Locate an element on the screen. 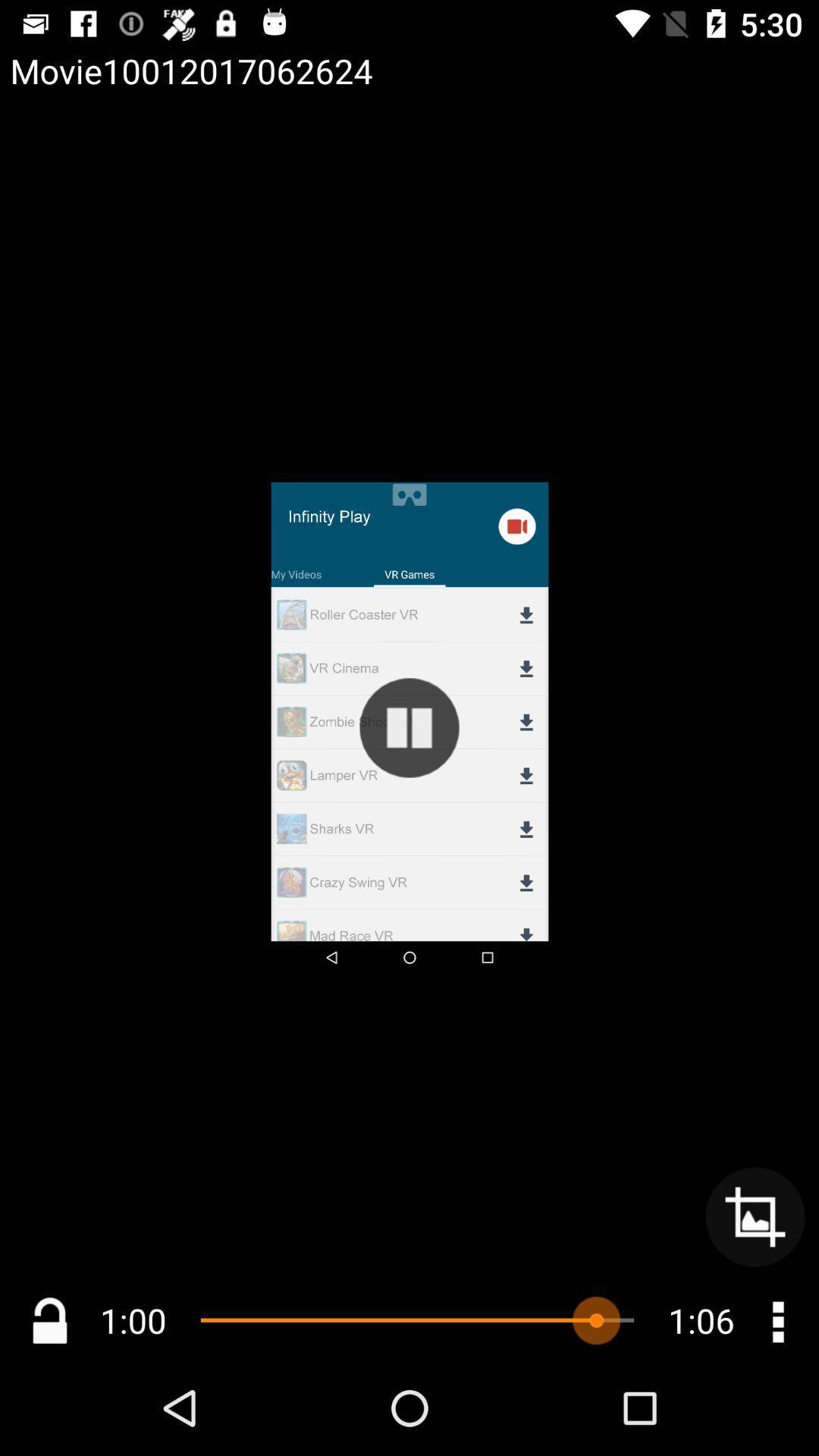 Image resolution: width=819 pixels, height=1456 pixels. lock option is located at coordinates (49, 1319).